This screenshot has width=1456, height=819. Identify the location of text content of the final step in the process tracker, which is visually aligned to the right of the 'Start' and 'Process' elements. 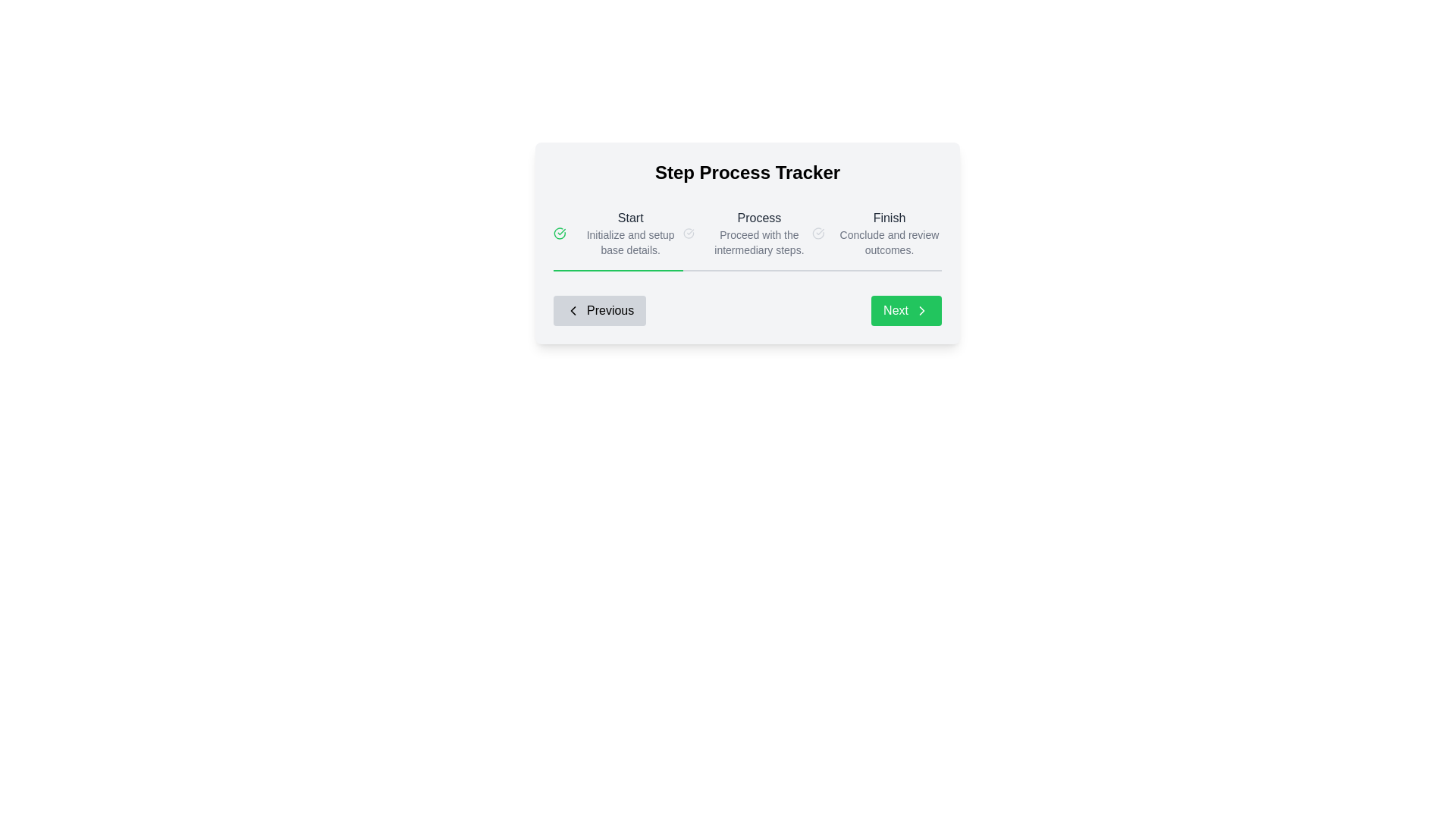
(889, 234).